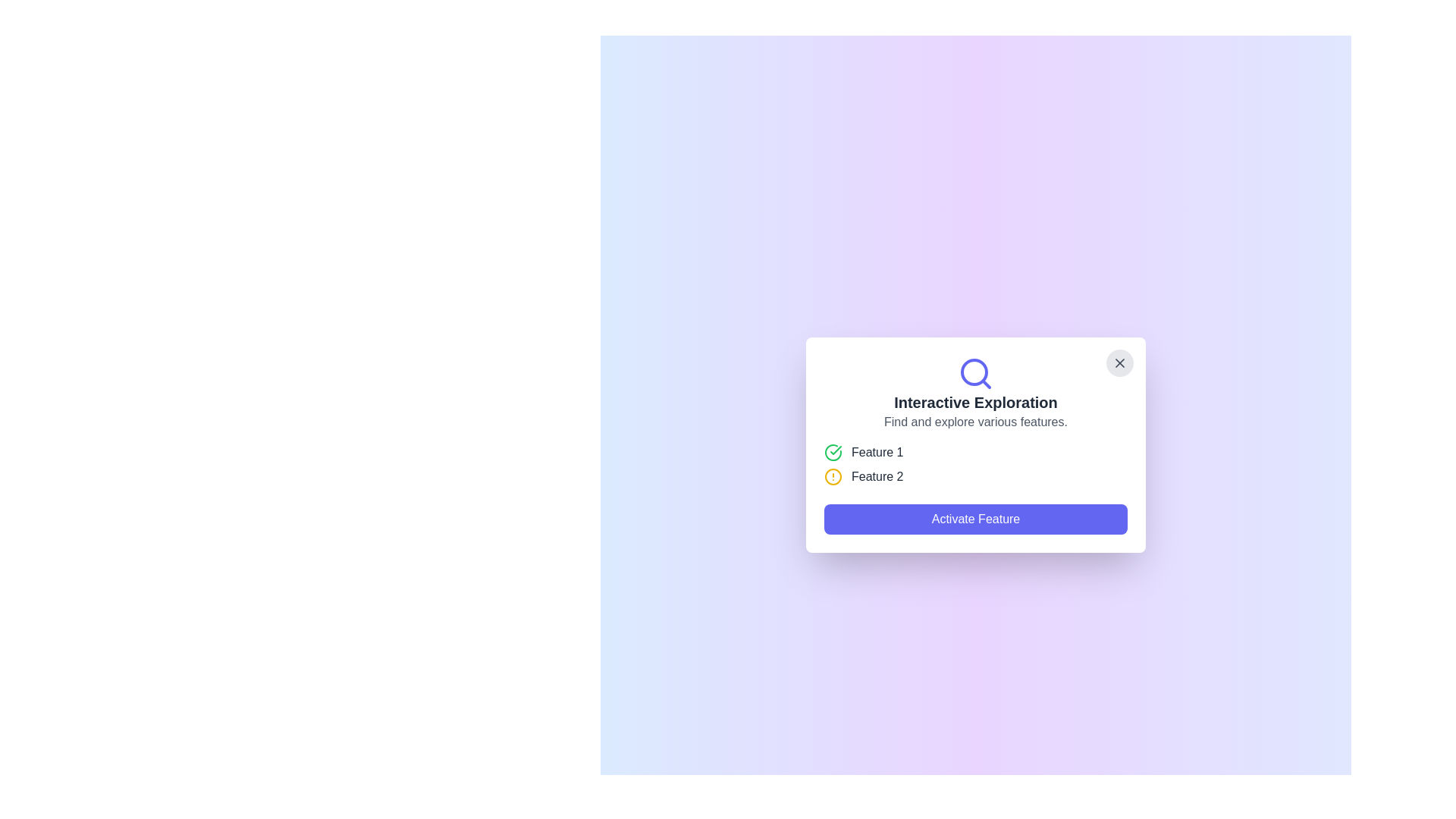 Image resolution: width=1456 pixels, height=819 pixels. What do you see at coordinates (975, 422) in the screenshot?
I see `the static text element reading 'Find and explore various features.' that is located beneath the title 'Interactive Exploration'` at bounding box center [975, 422].